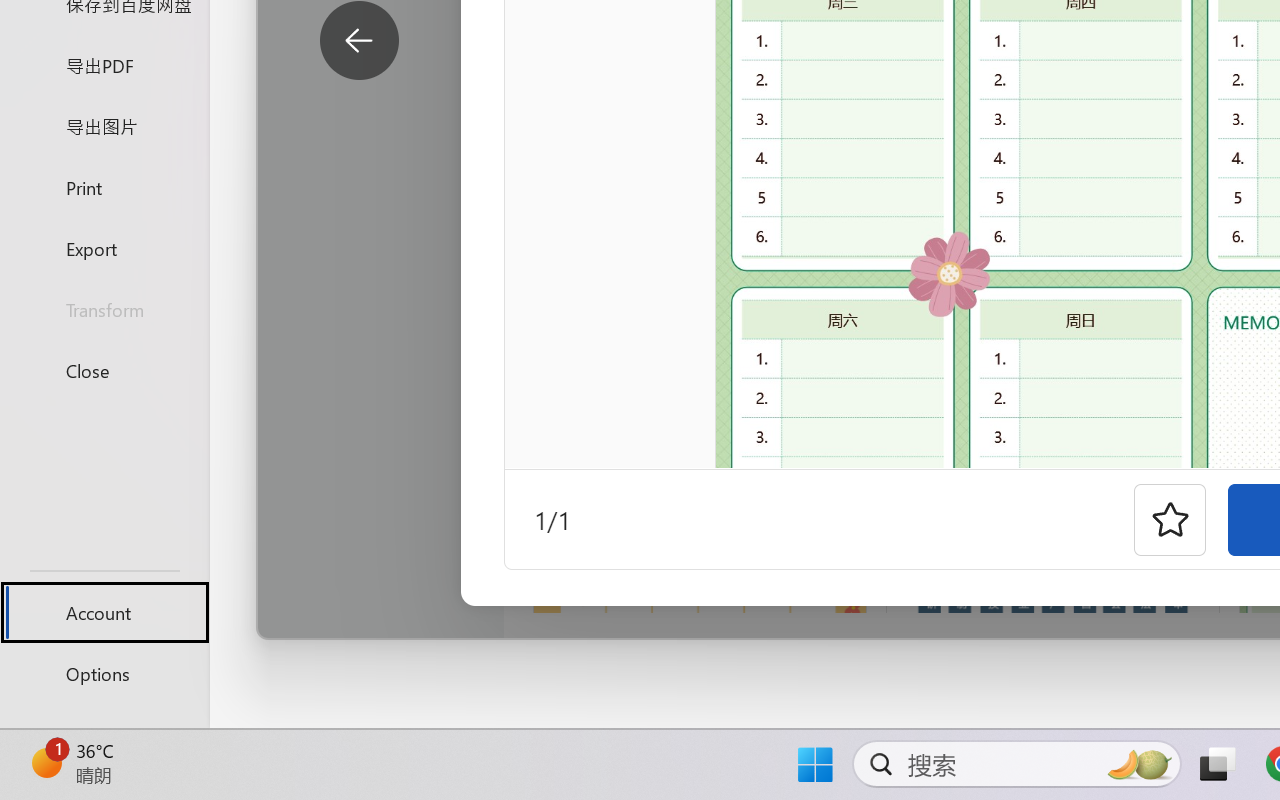  I want to click on 'Account', so click(103, 612).